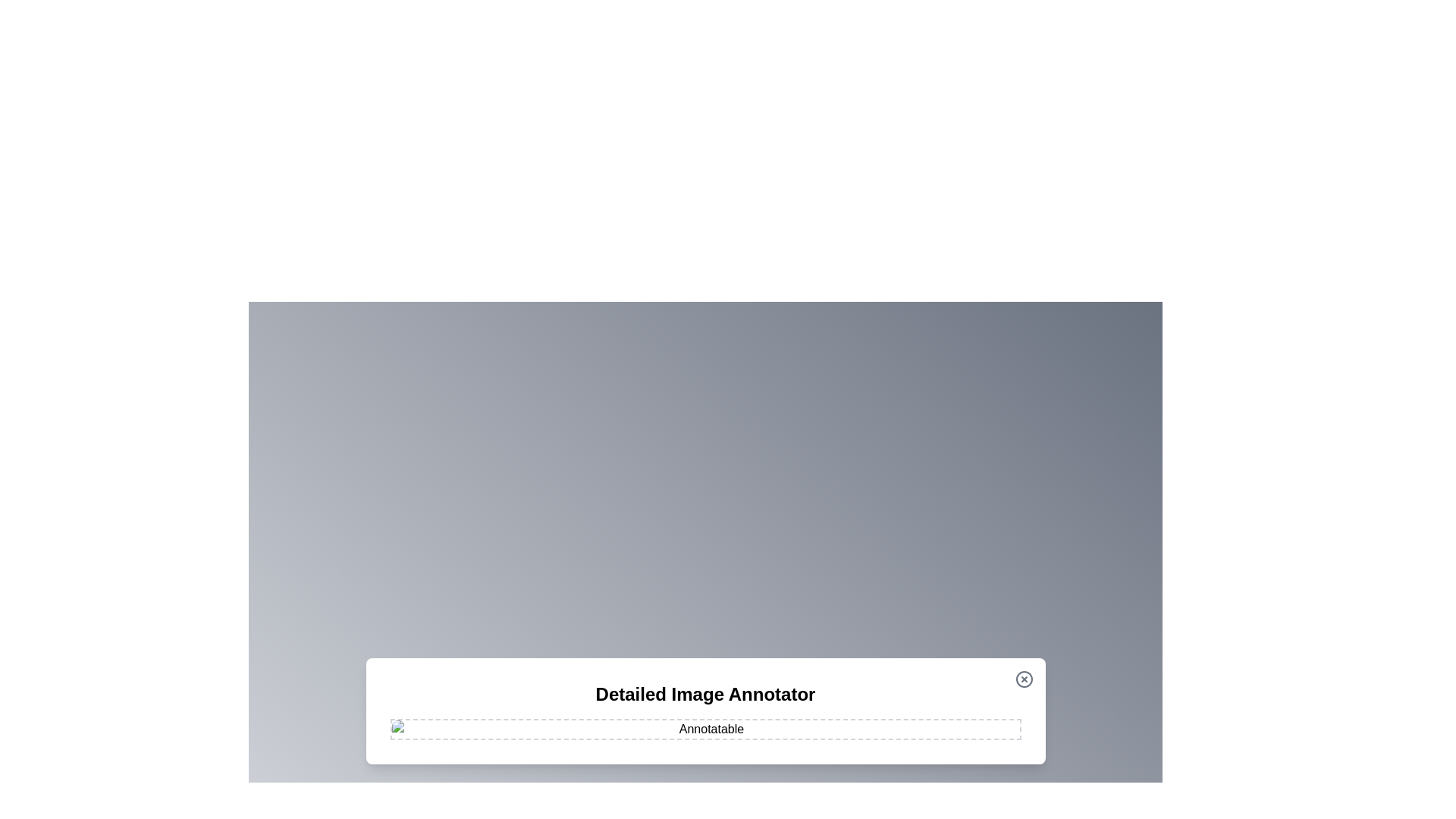  Describe the element at coordinates (837, 730) in the screenshot. I see `the image at coordinates (1106, 963) to add an annotation` at that location.